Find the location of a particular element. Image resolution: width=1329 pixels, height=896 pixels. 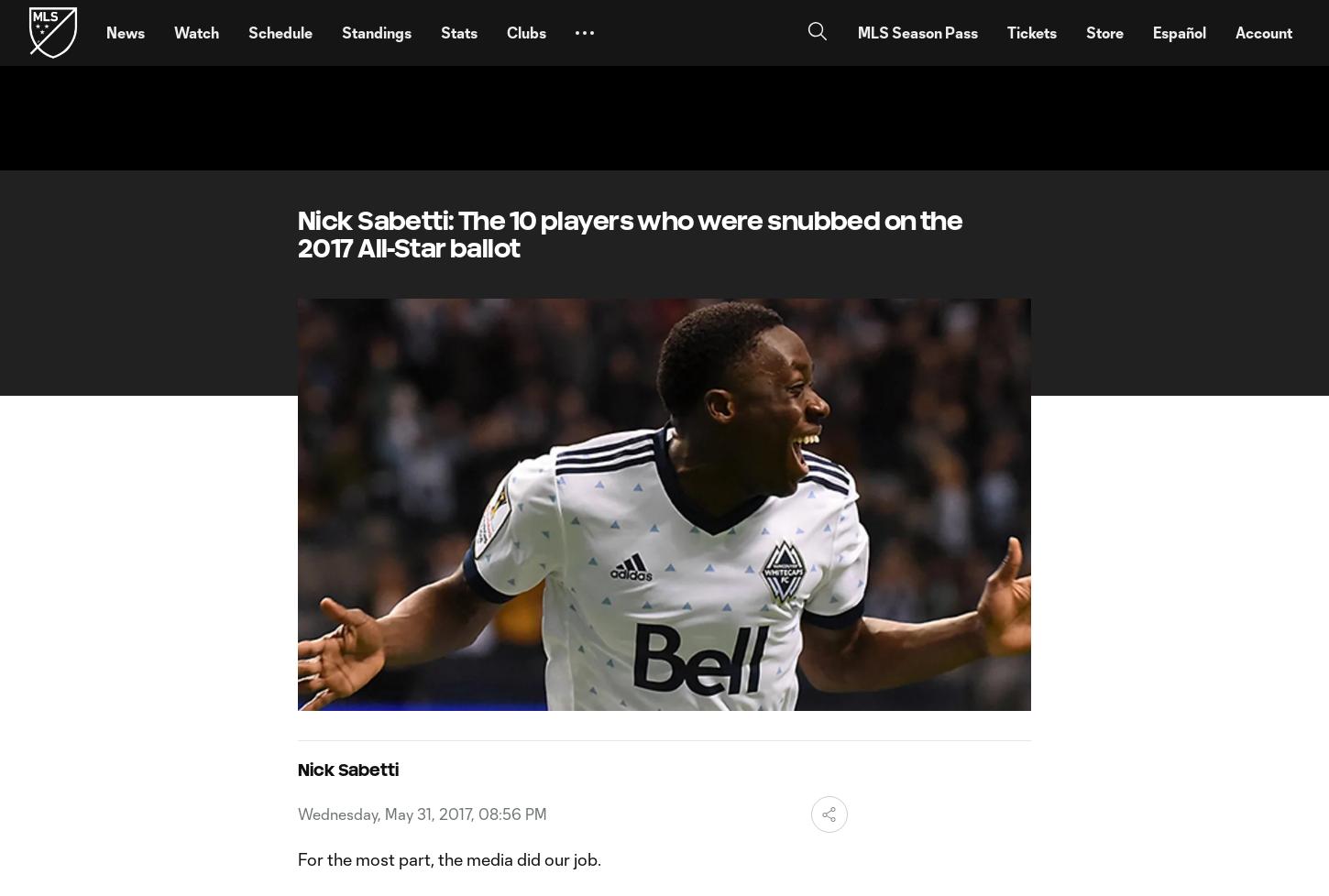

'Wednesday, May 31, 2017, 08:56 PM' is located at coordinates (421, 812).